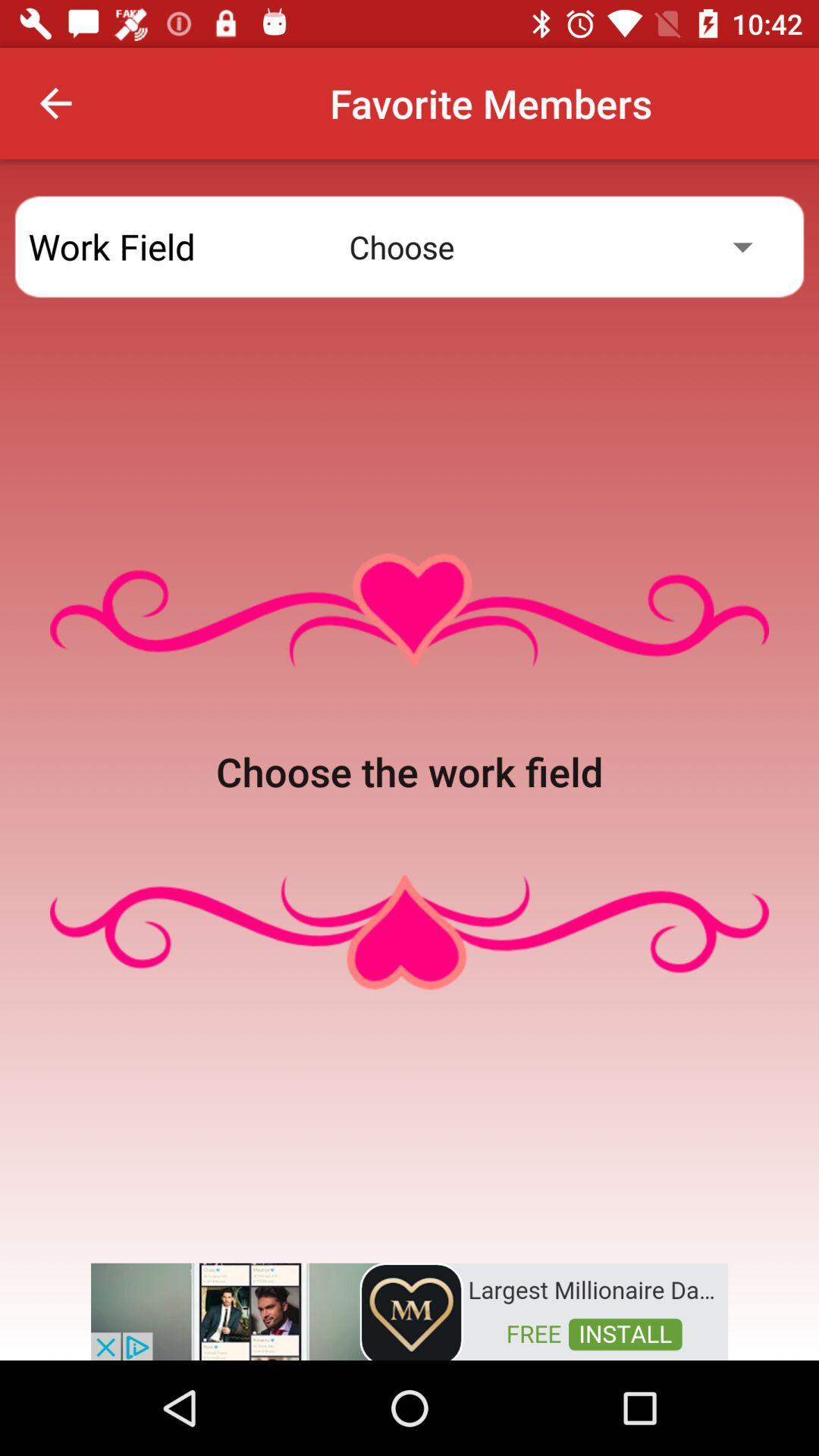 The image size is (819, 1456). Describe the element at coordinates (409, 1310) in the screenshot. I see `advertisement for millionaire dating site` at that location.